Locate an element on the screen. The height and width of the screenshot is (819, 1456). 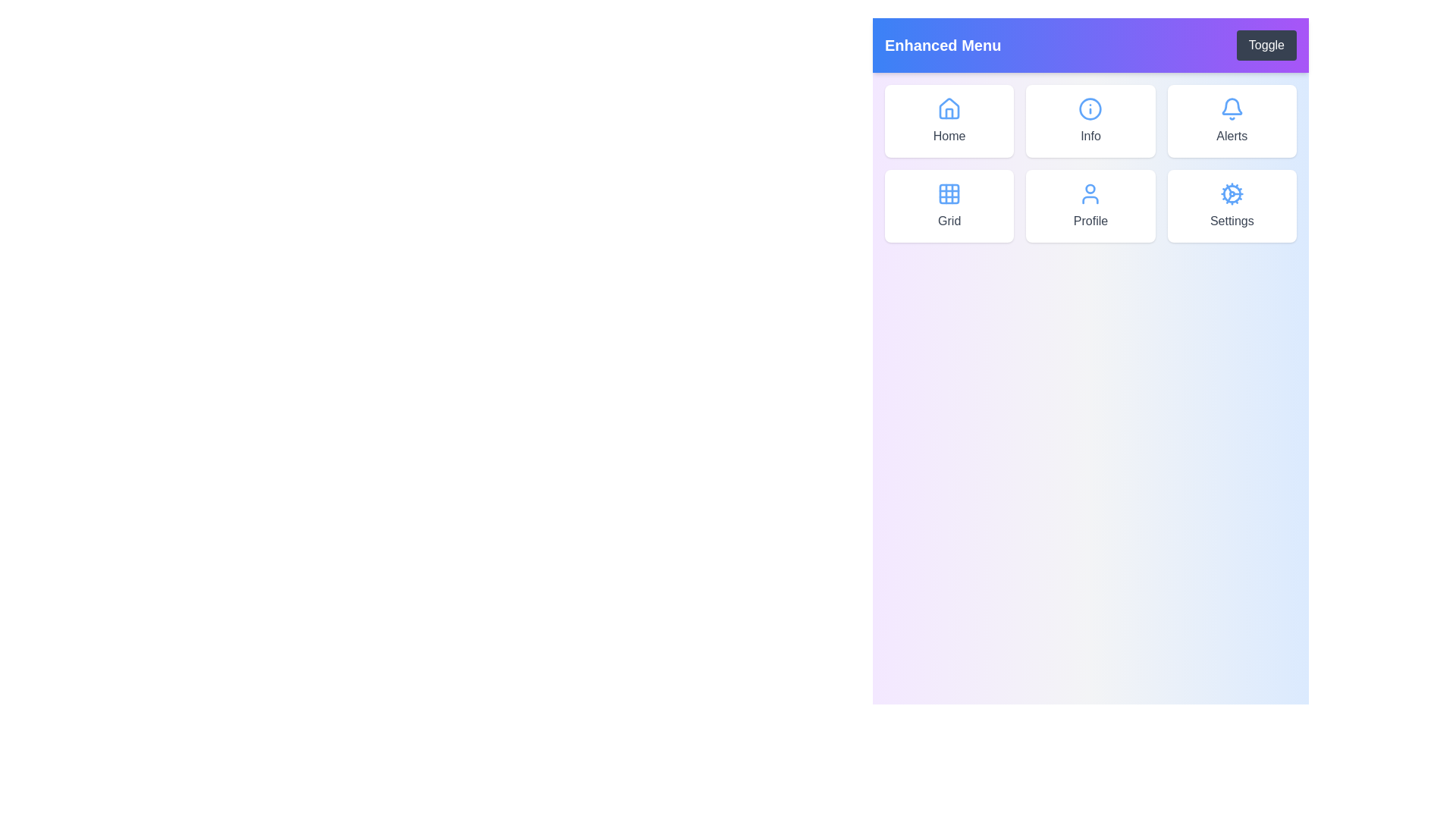
the menu item labeled Info is located at coordinates (1090, 120).